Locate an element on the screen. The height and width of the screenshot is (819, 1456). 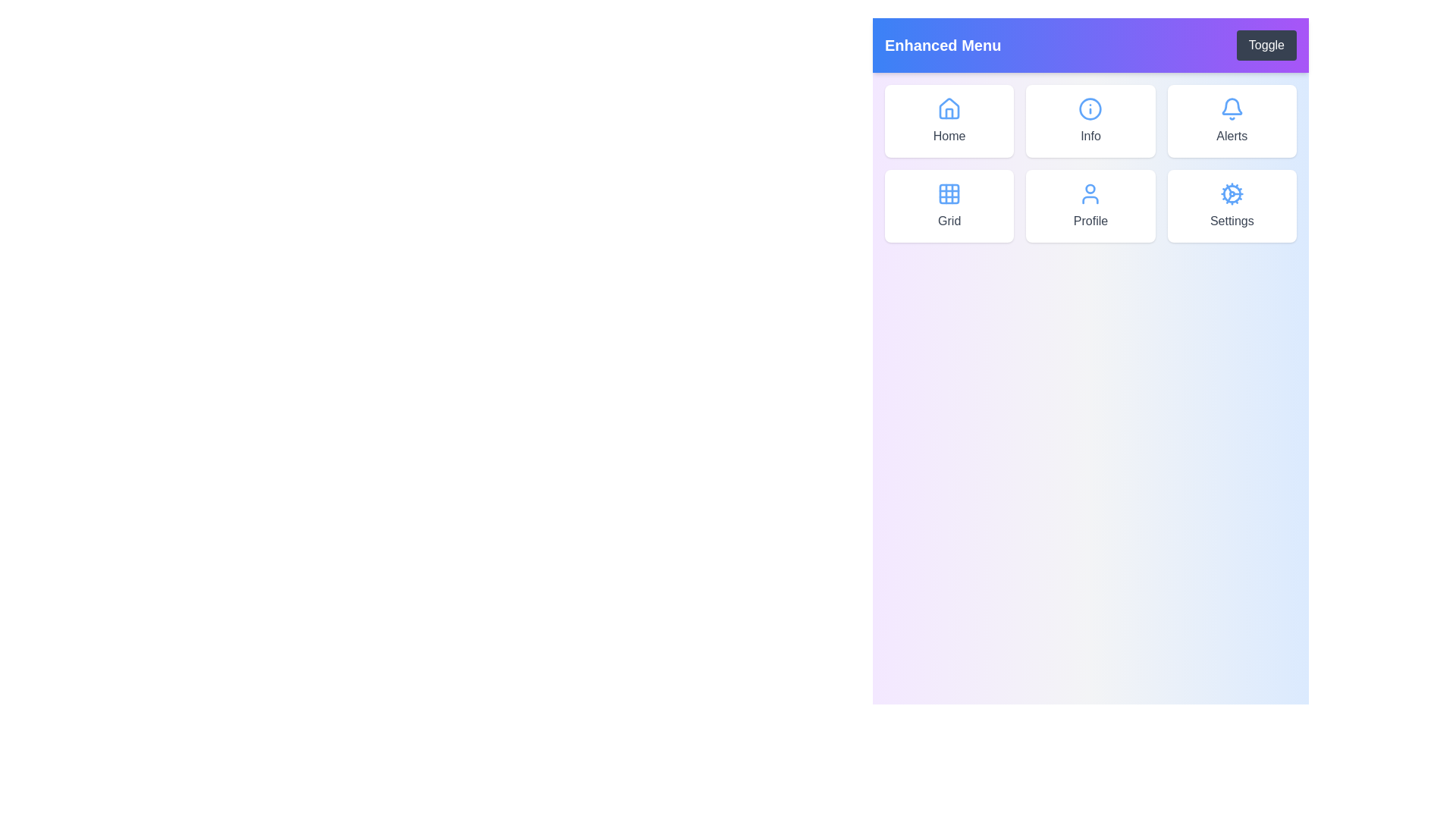
the menu item labeled Info is located at coordinates (1090, 120).